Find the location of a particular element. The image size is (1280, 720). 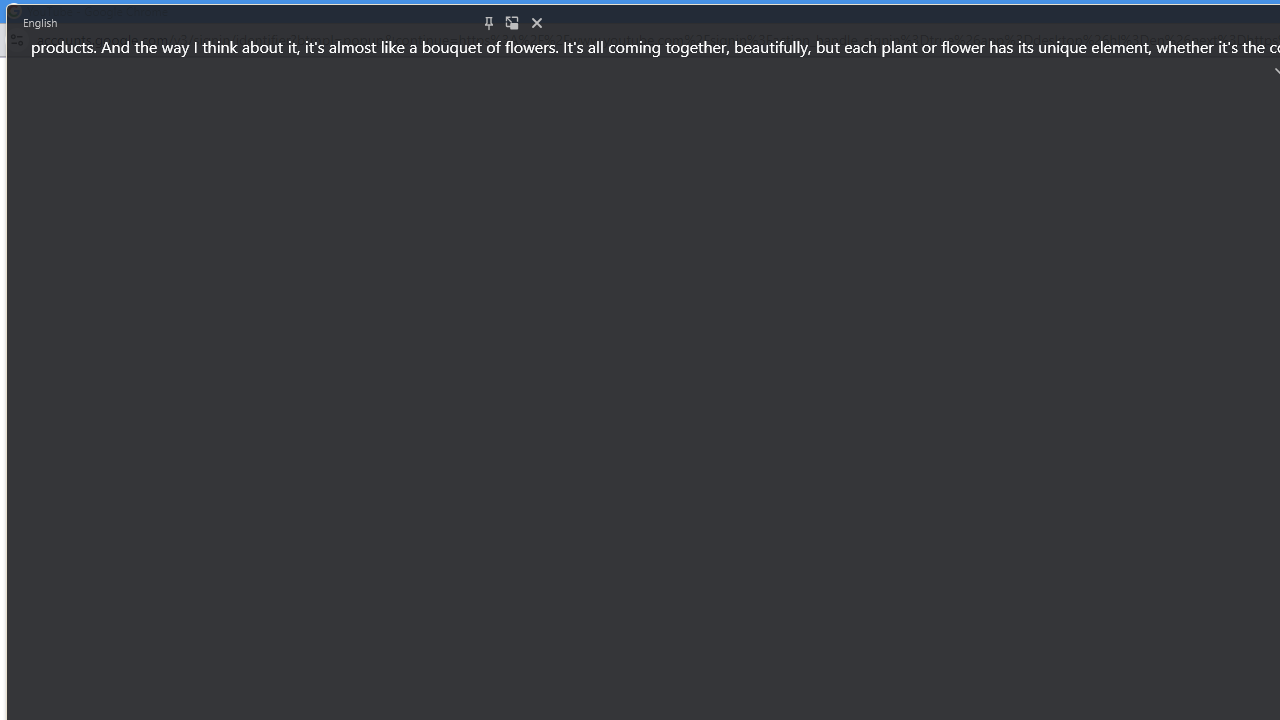

'Back to tab' is located at coordinates (512, 23).